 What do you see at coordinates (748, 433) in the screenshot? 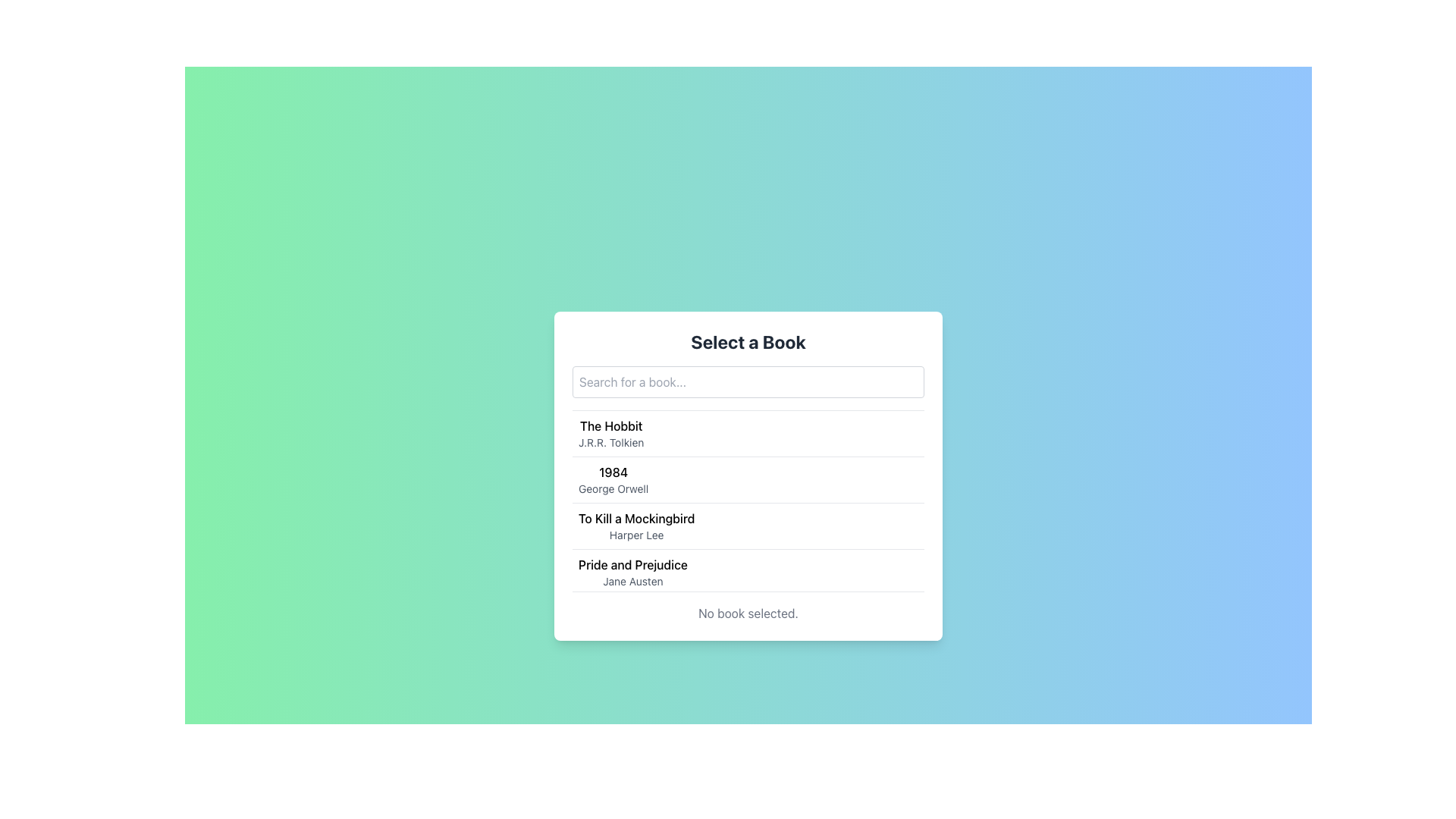
I see `the first list item representing 'The Hobbit' by 'J.R.R. Tolkien'` at bounding box center [748, 433].